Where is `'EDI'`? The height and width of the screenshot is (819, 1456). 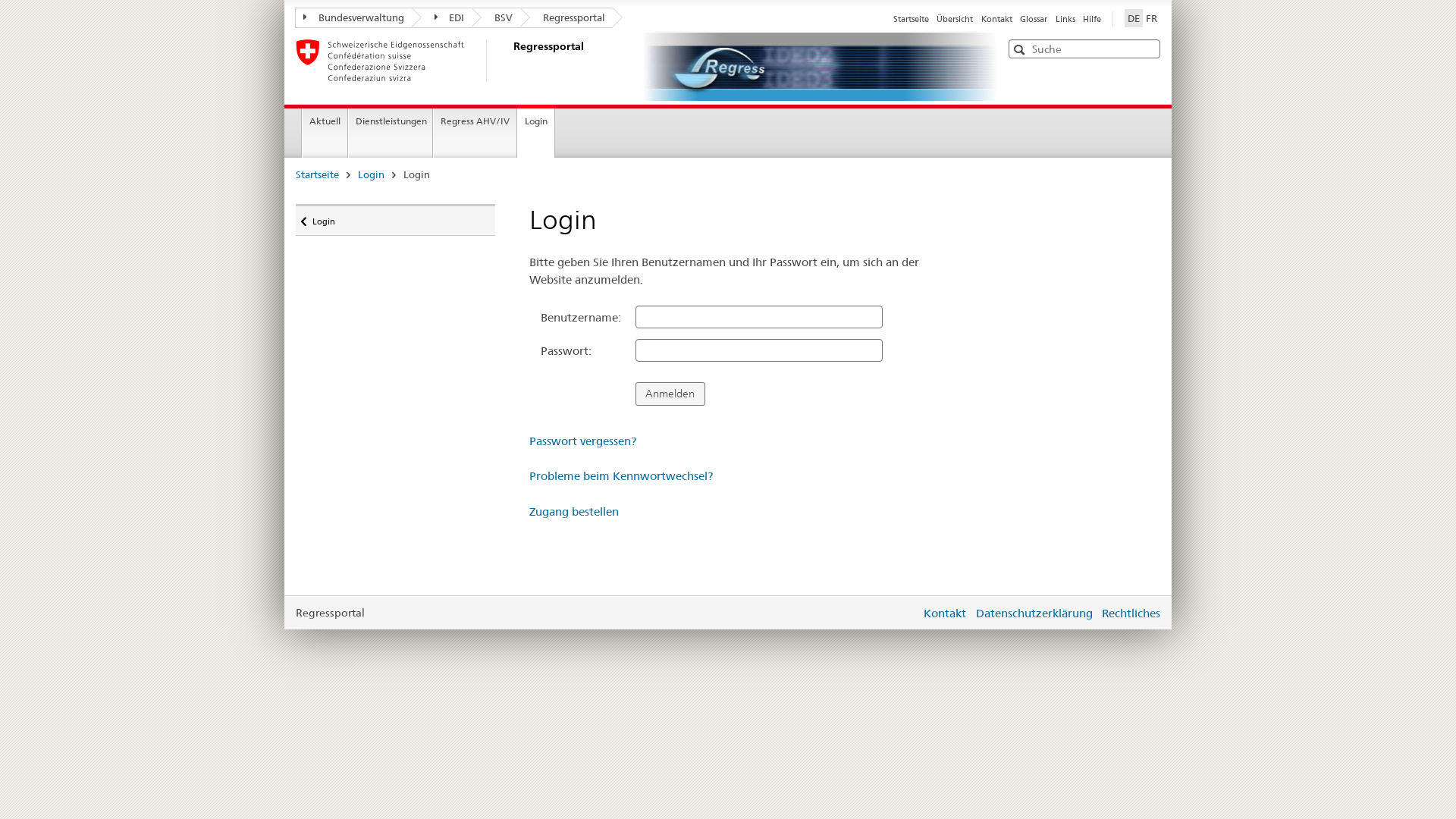 'EDI' is located at coordinates (441, 17).